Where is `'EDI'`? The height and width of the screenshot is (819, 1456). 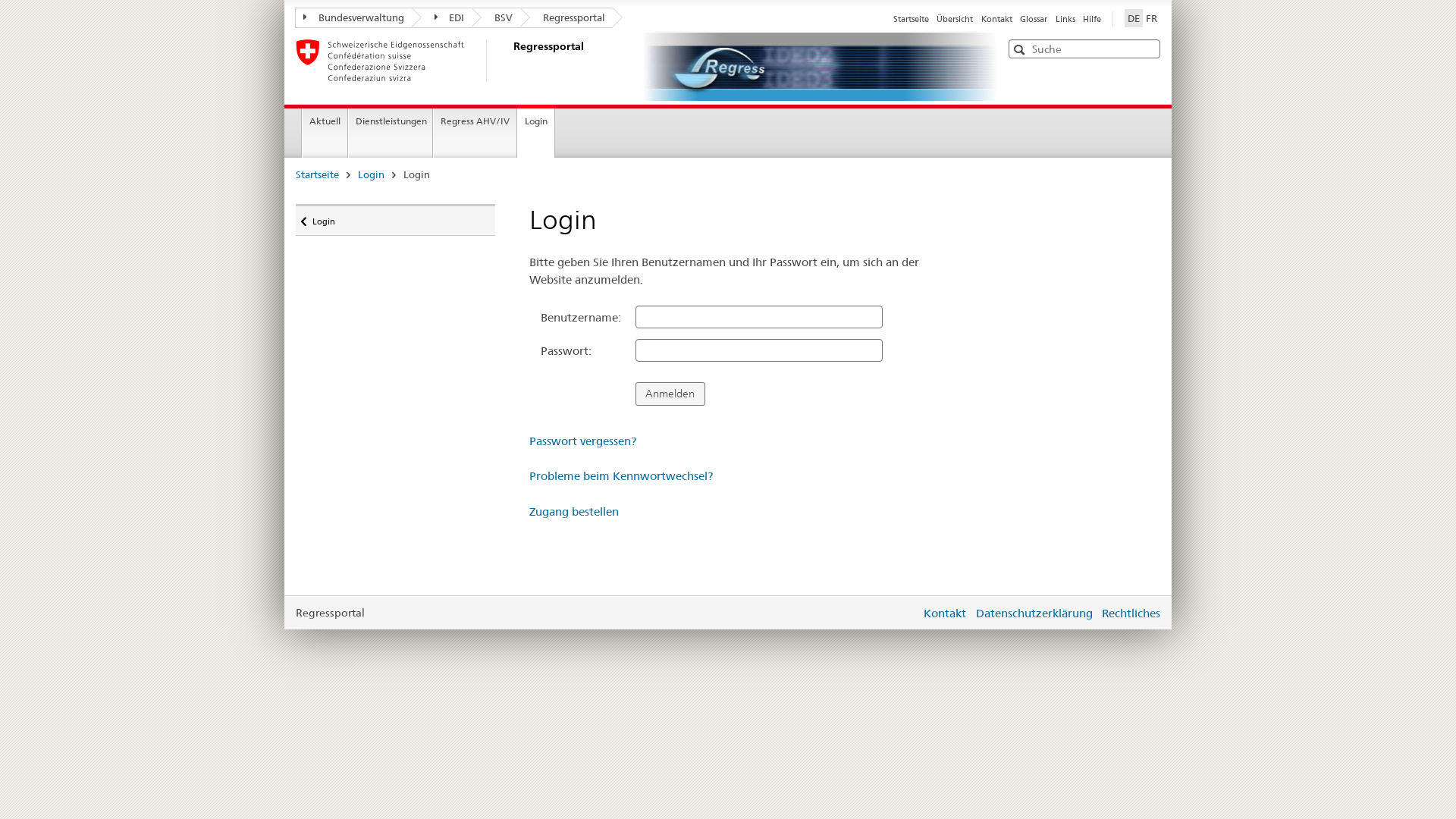 'EDI' is located at coordinates (441, 17).